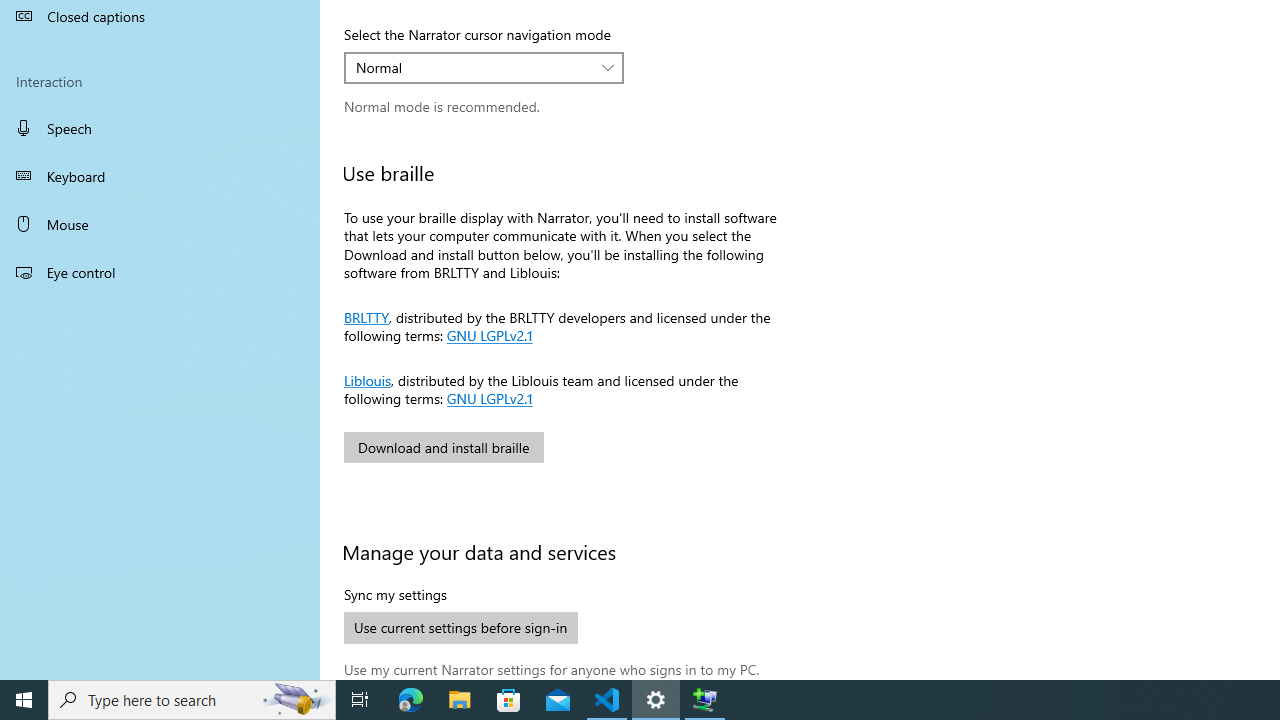 The width and height of the screenshot is (1280, 720). Describe the element at coordinates (705, 698) in the screenshot. I see `'Extensible Wizards Host Process - 1 running window'` at that location.